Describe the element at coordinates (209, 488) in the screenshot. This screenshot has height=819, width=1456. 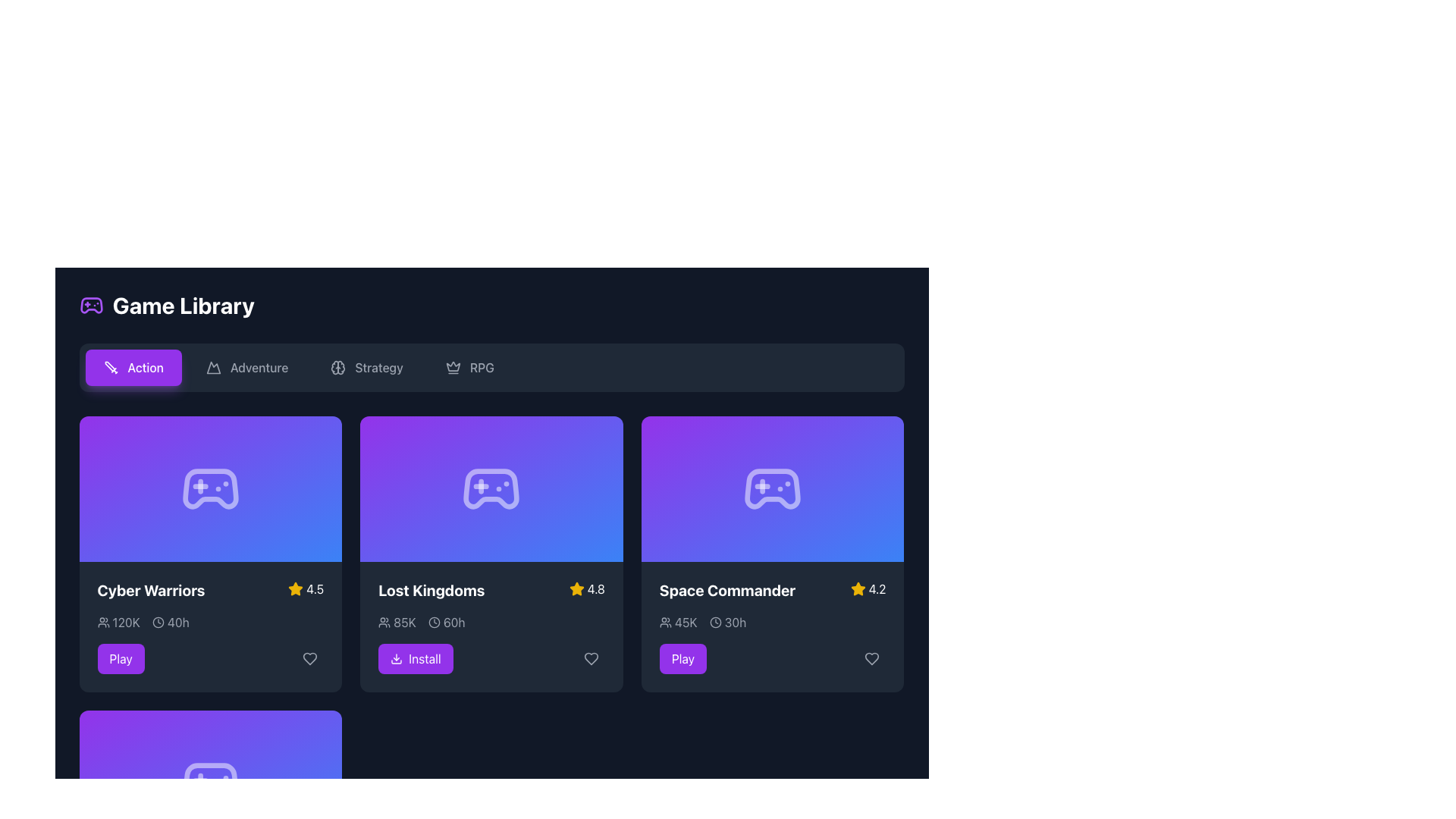
I see `the first card` at that location.